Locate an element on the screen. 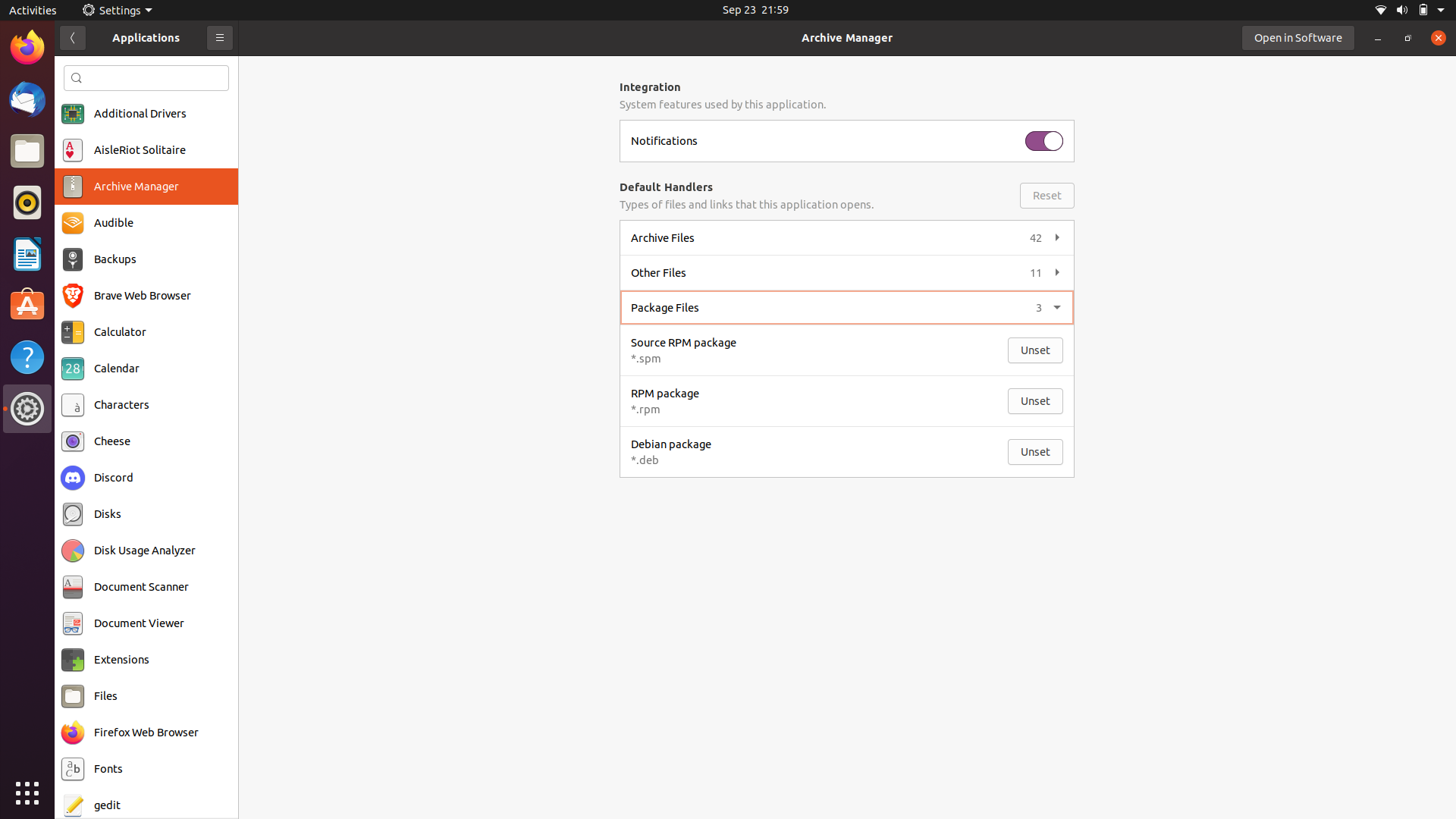  Execute unset rpm package is located at coordinates (1035, 400).